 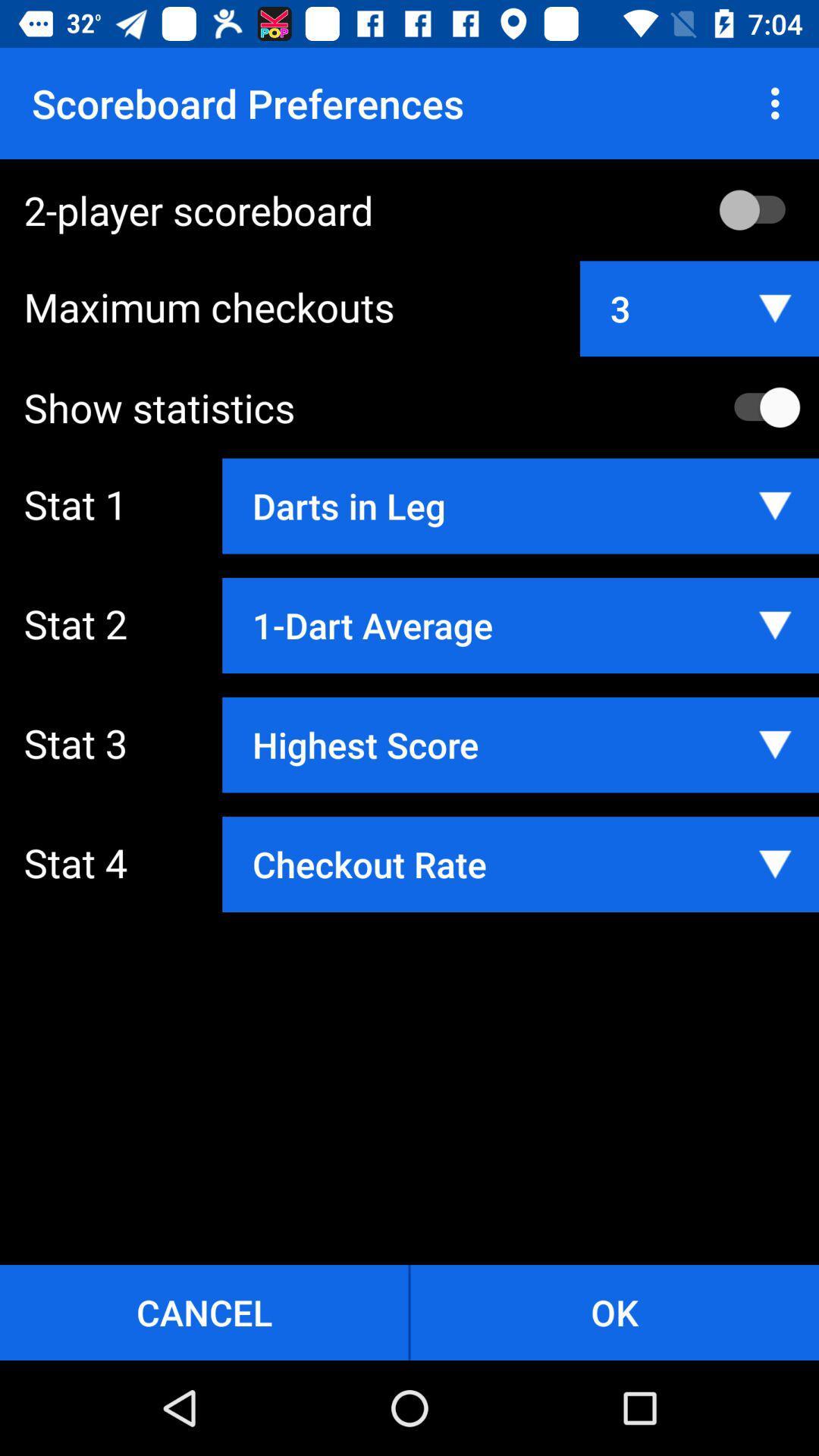 I want to click on item to the right of the stat 4, so click(x=519, y=864).